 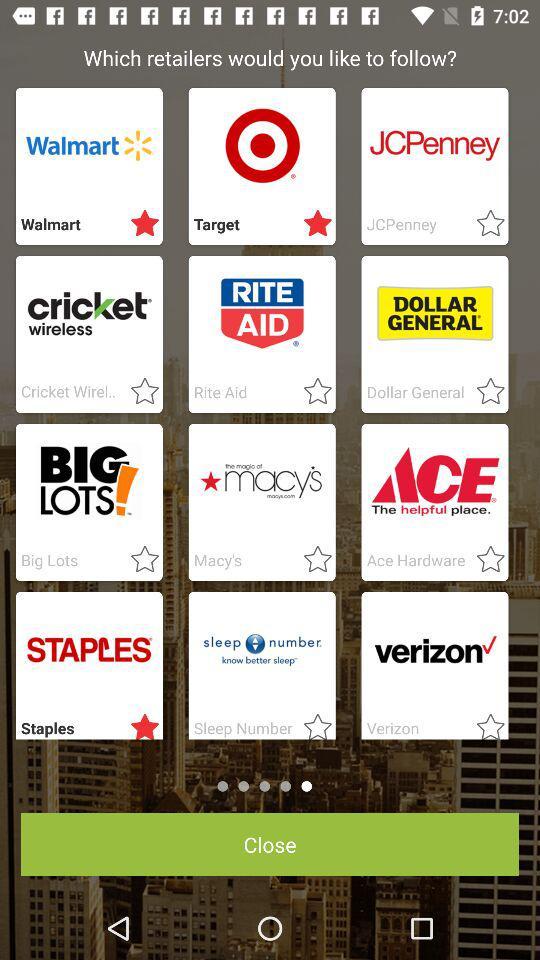 I want to click on adding favorite star icon, so click(x=138, y=391).